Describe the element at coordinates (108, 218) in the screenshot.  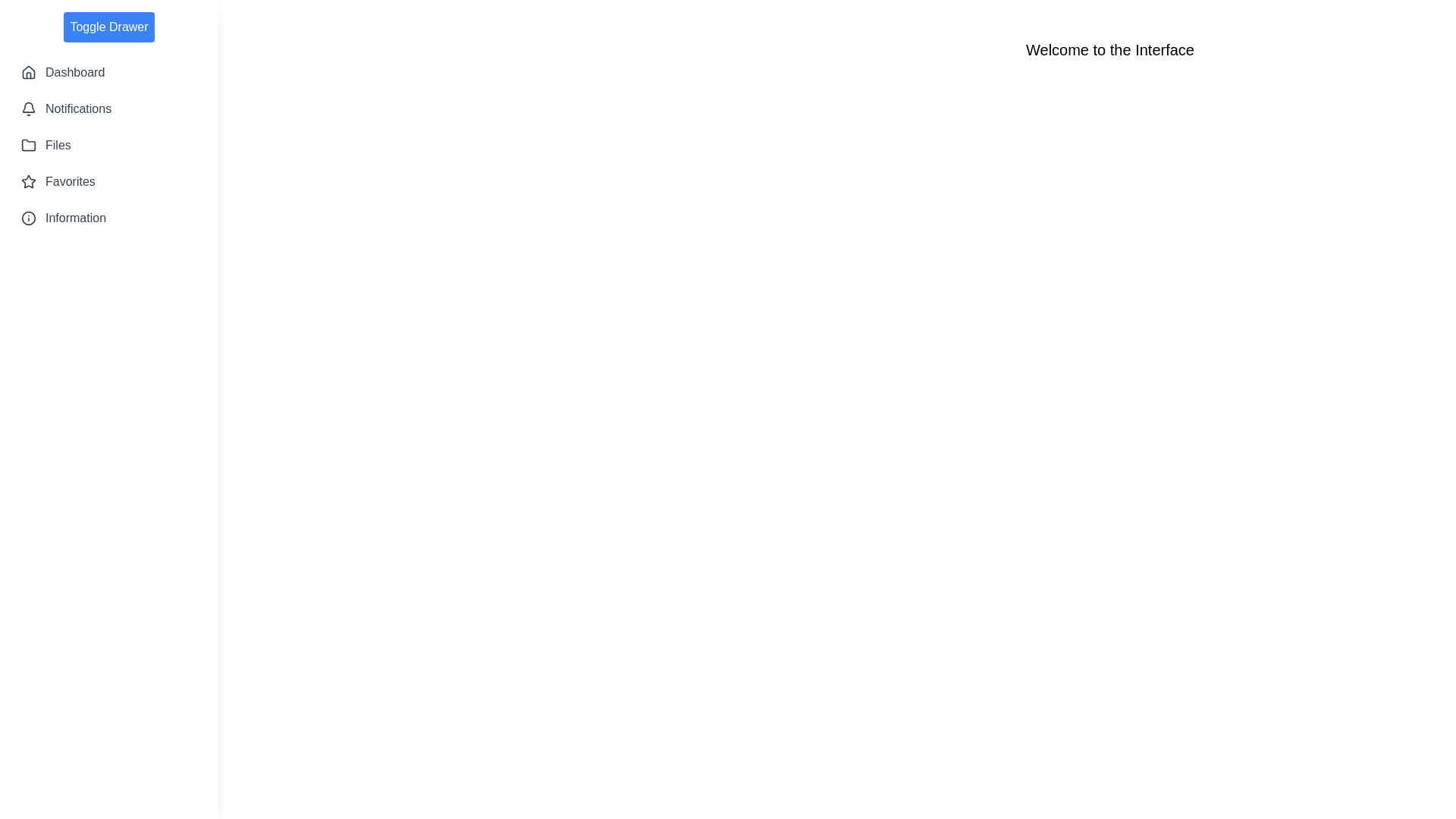
I see `the menu option labeled Information from the sidebar` at that location.